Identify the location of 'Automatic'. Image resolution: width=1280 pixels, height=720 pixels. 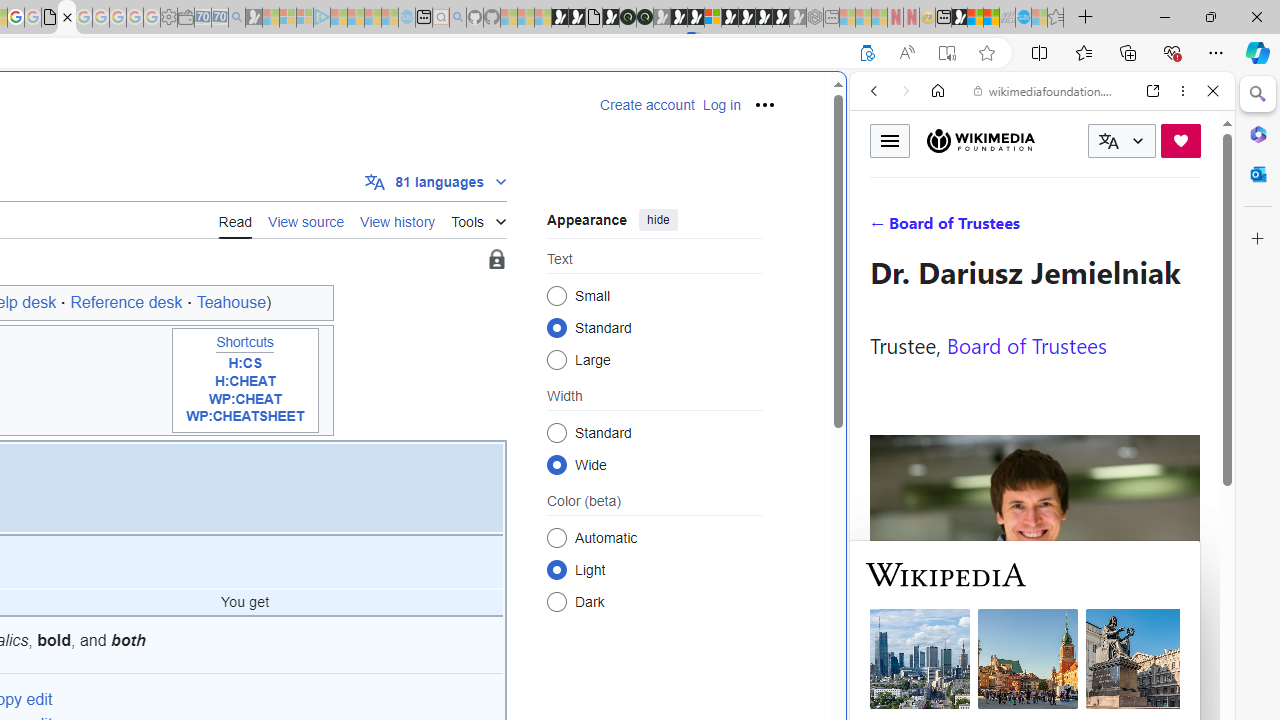
(556, 536).